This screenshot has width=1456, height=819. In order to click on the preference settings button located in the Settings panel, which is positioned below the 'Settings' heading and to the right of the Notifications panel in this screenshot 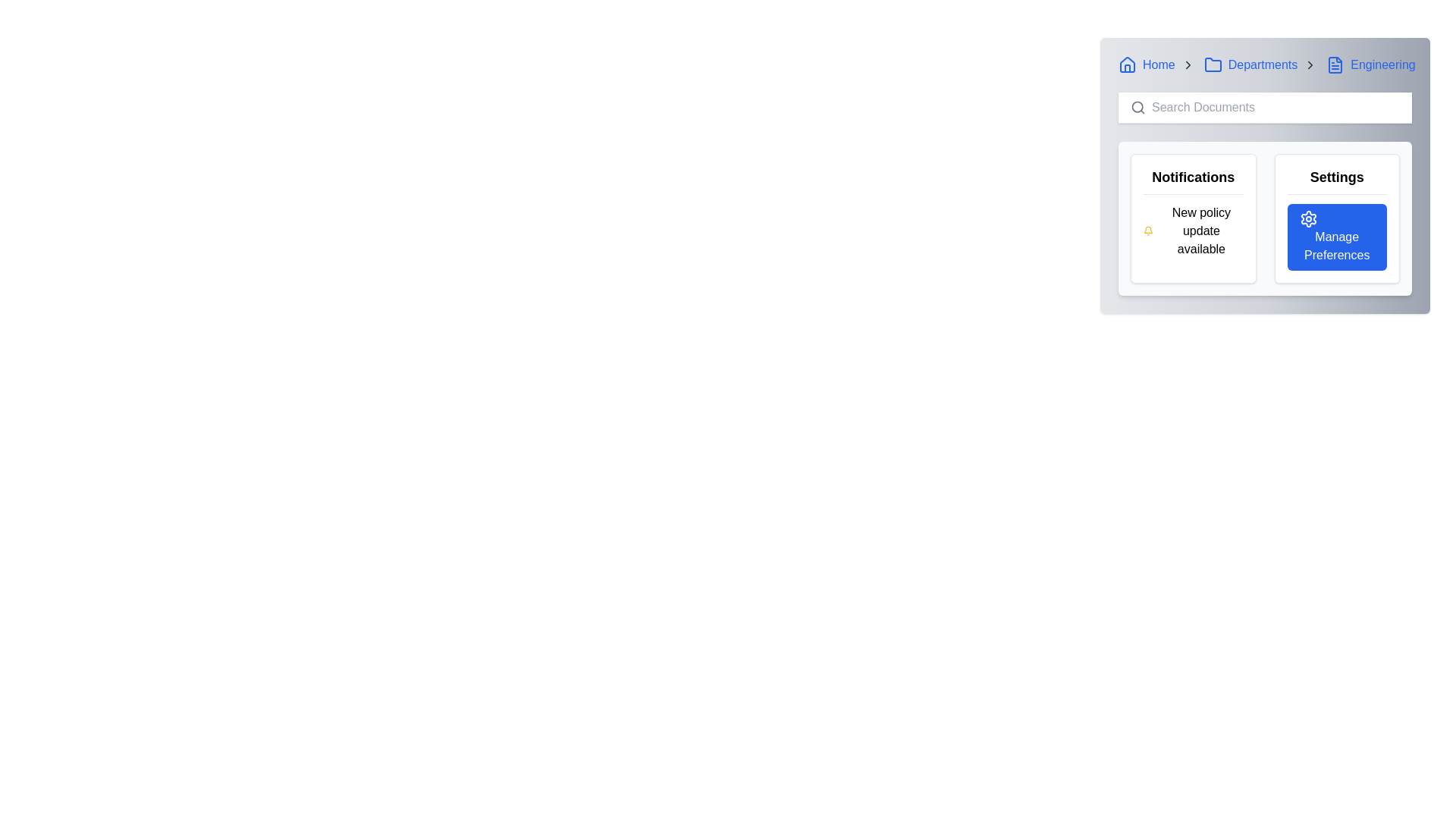, I will do `click(1337, 237)`.